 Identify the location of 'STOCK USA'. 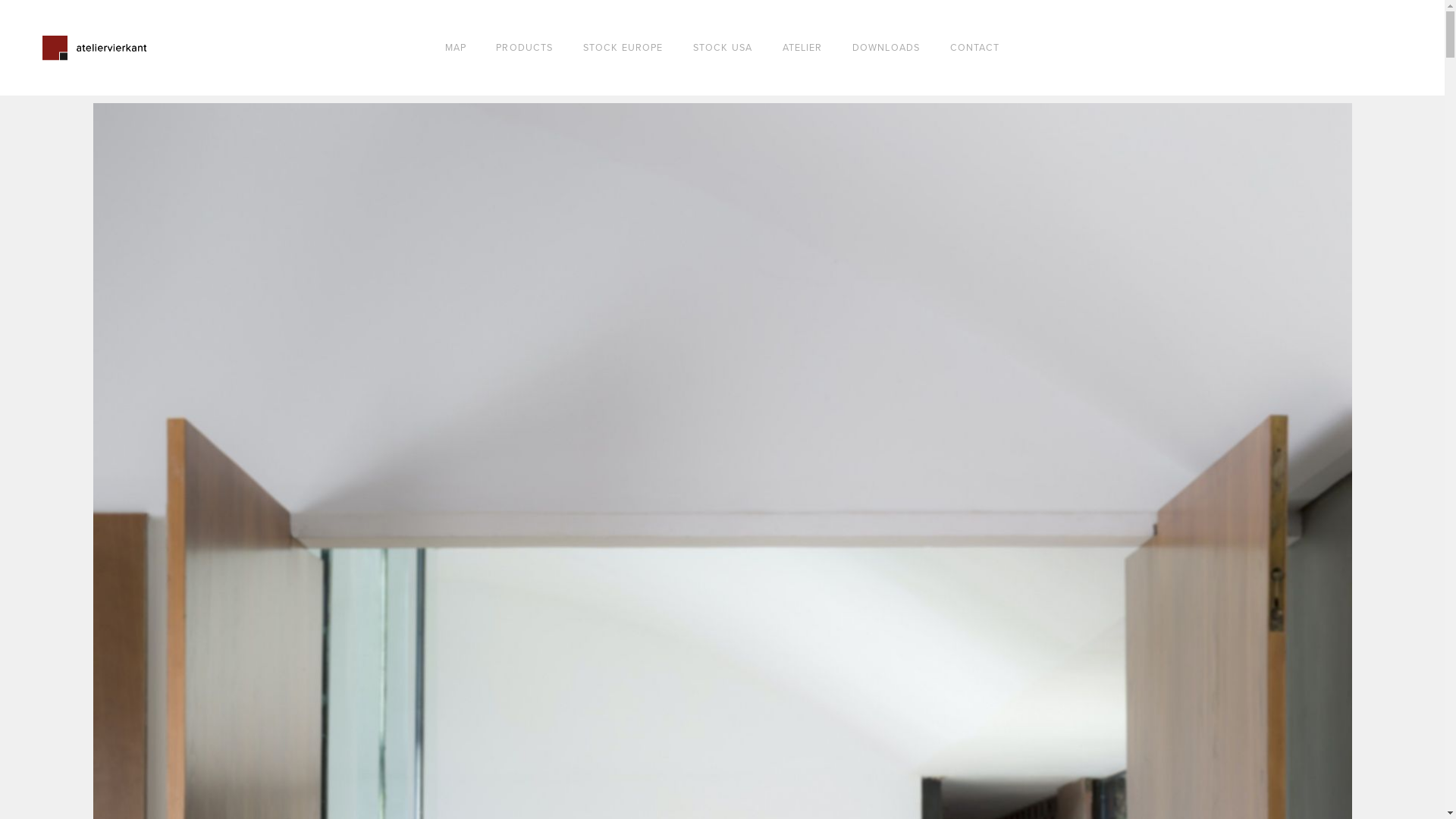
(722, 47).